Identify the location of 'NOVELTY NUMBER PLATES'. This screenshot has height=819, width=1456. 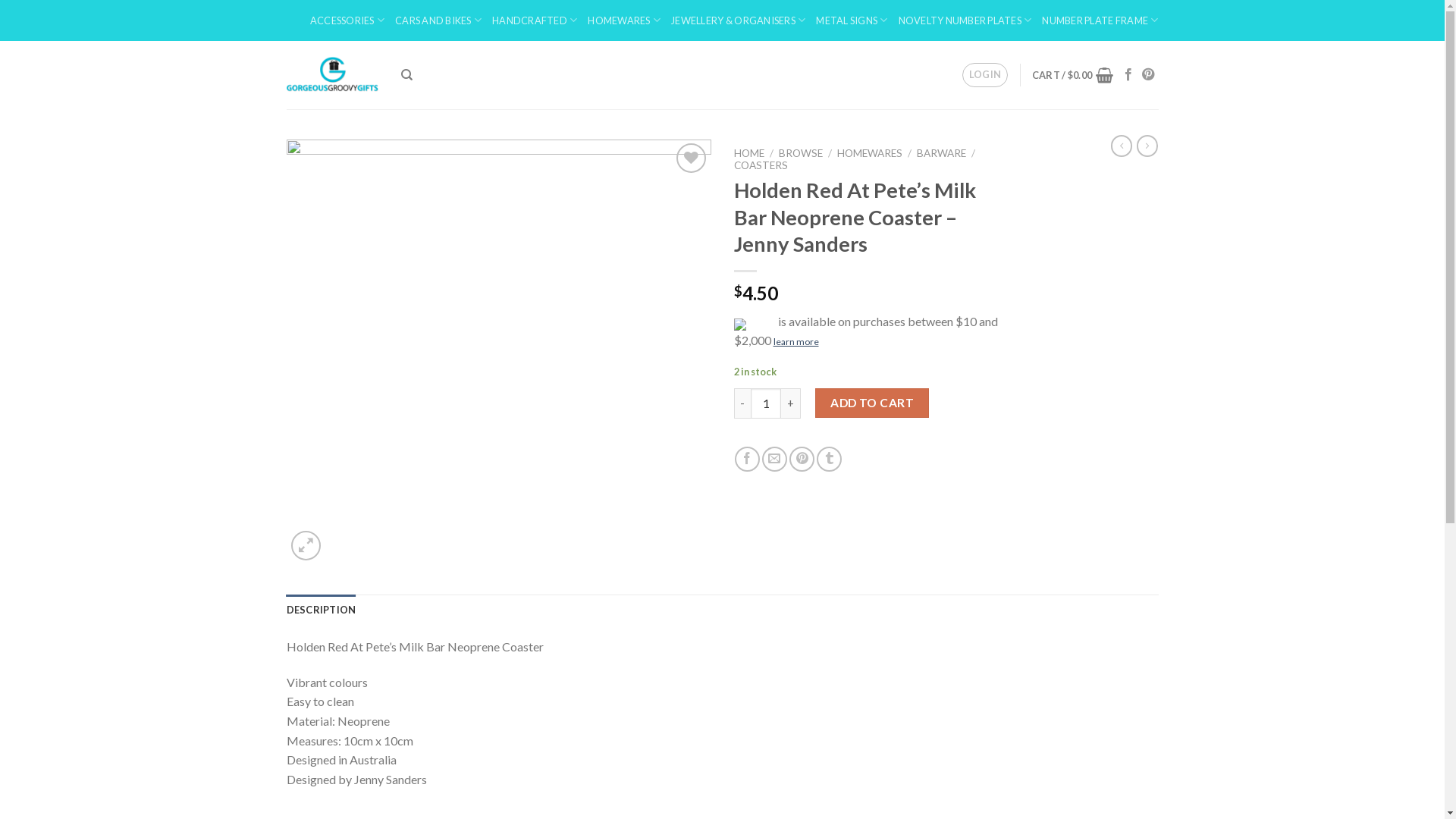
(964, 20).